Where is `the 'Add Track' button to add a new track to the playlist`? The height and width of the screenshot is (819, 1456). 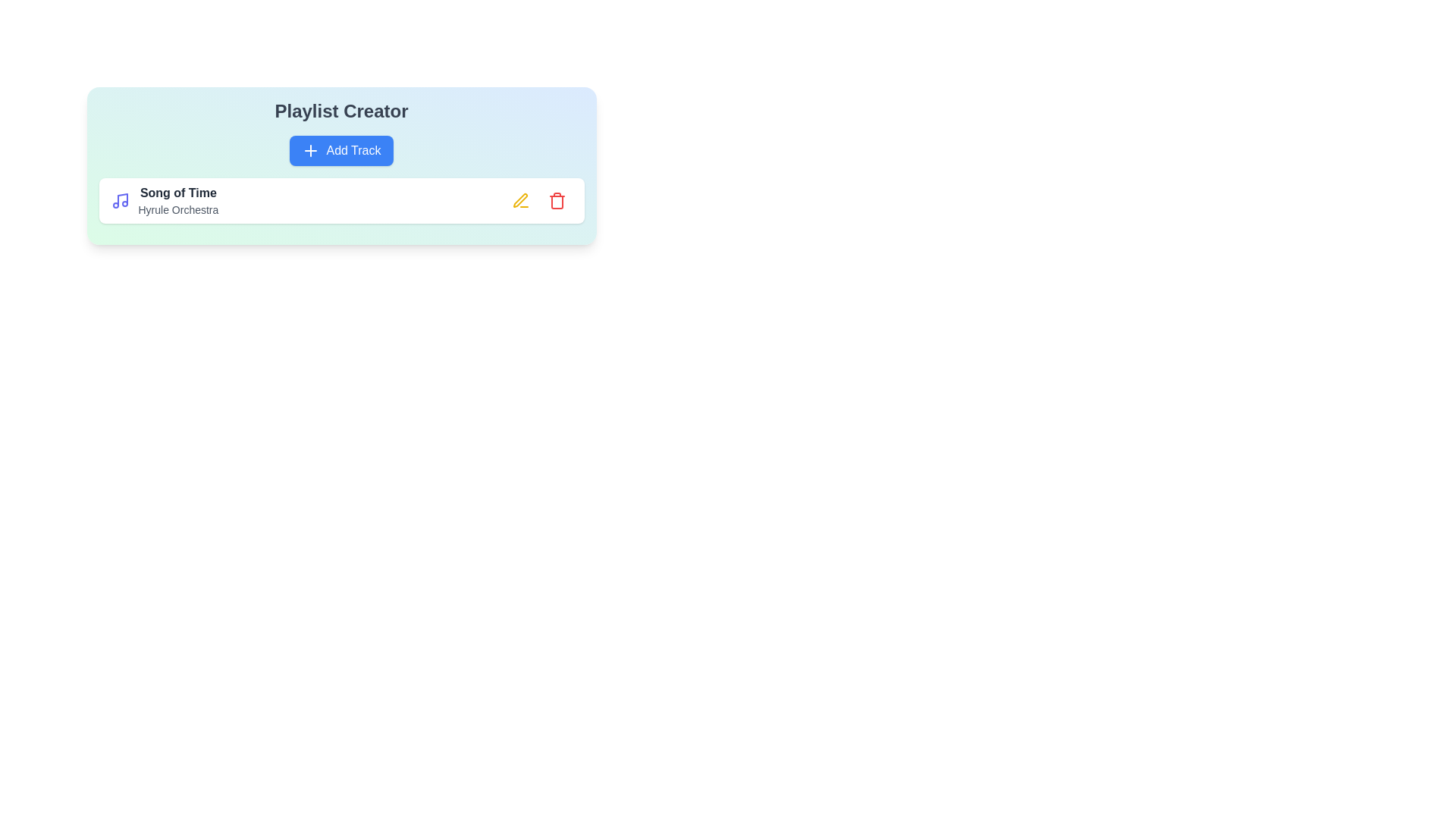
the 'Add Track' button to add a new track to the playlist is located at coordinates (340, 151).